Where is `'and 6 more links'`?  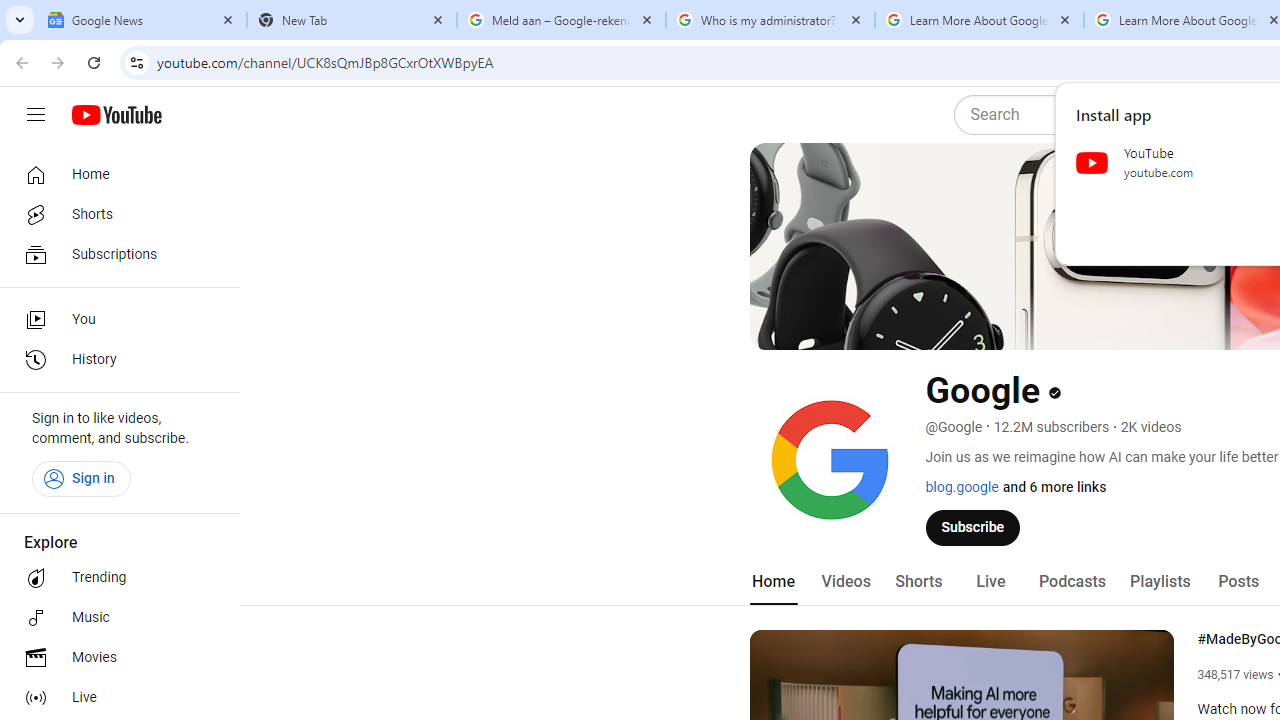 'and 6 more links' is located at coordinates (1053, 487).